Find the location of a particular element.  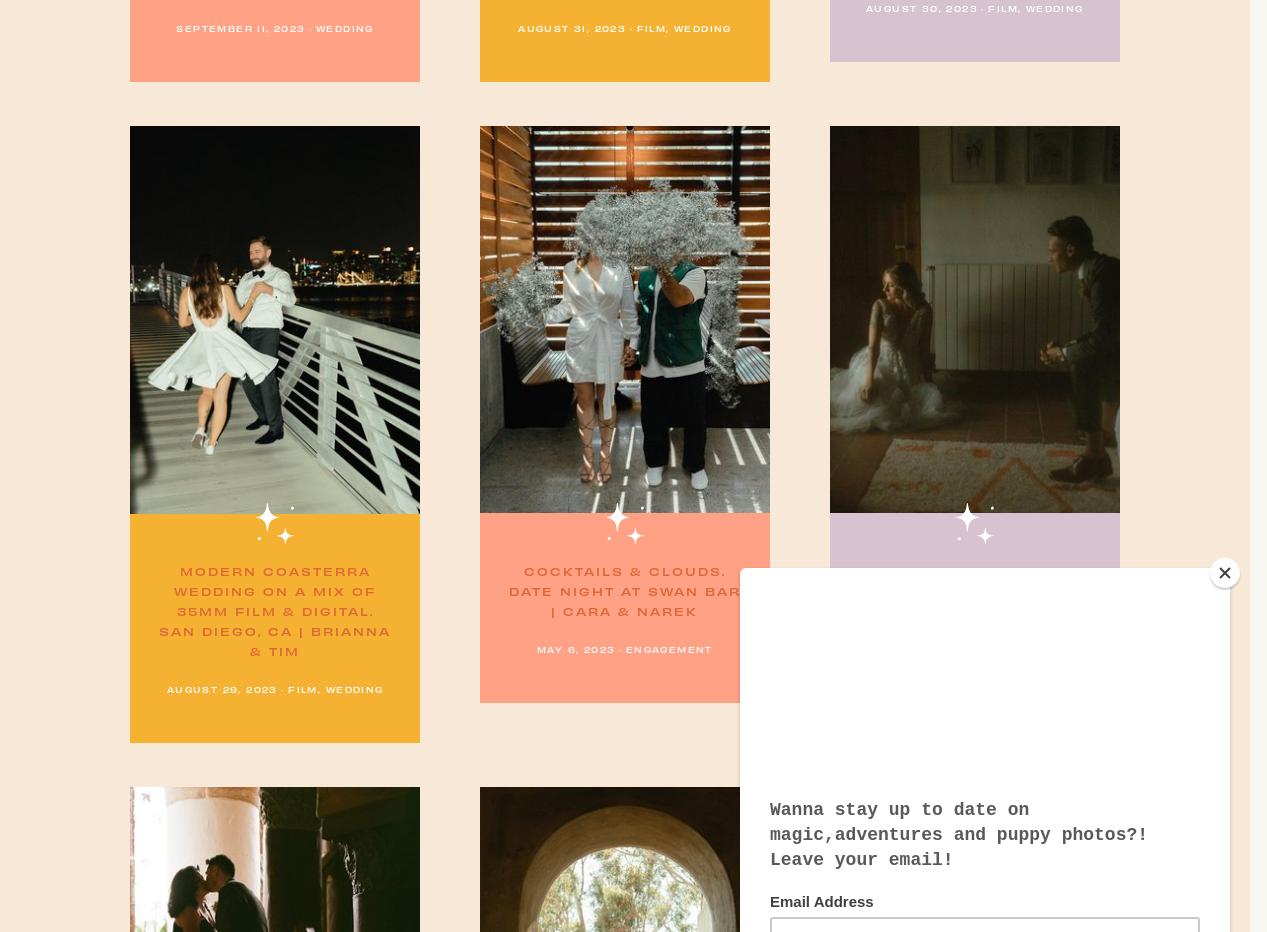

'Engagement' is located at coordinates (668, 649).